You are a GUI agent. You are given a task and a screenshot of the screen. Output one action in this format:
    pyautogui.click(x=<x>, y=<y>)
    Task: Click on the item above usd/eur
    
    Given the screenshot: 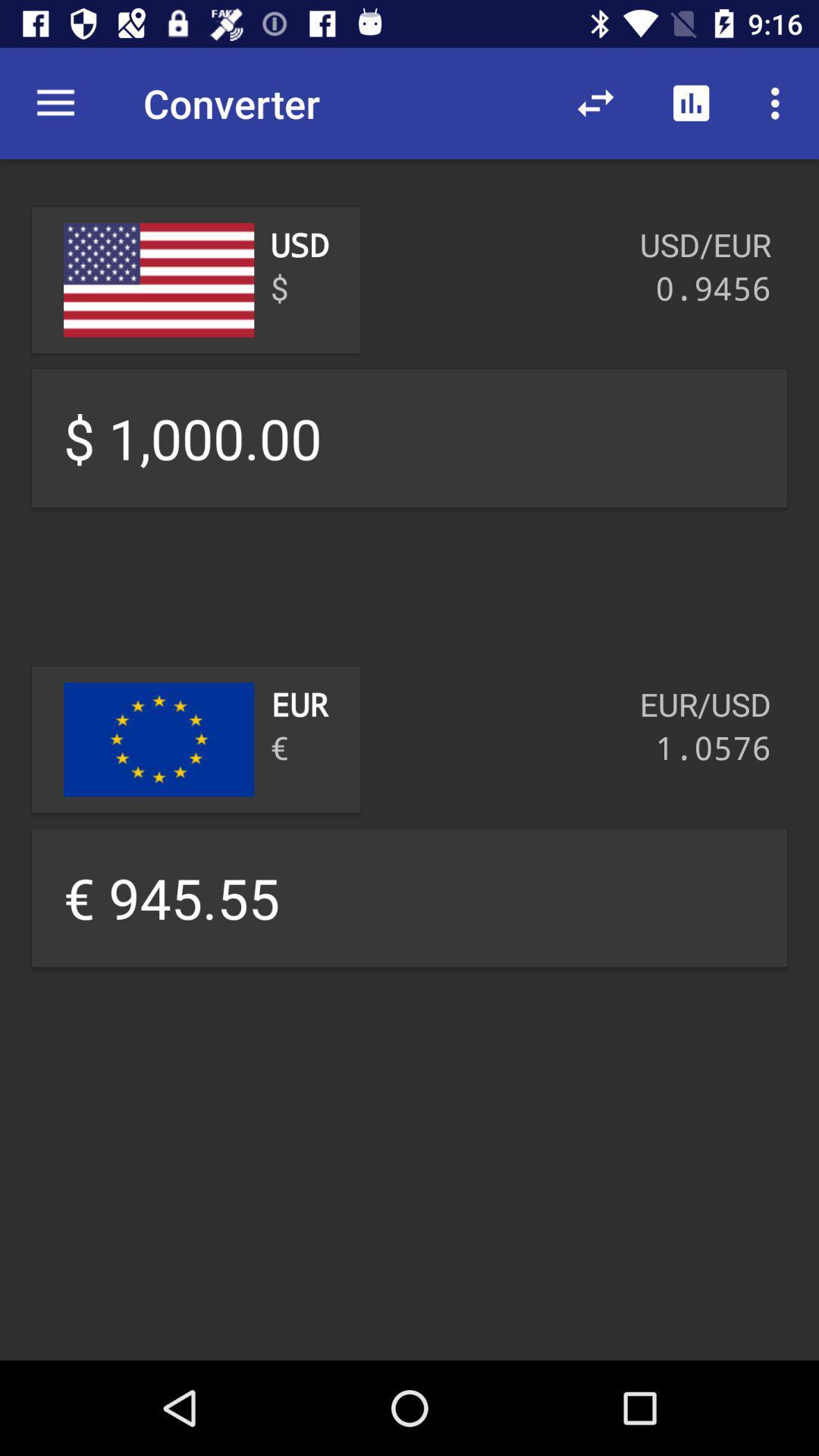 What is the action you would take?
    pyautogui.click(x=595, y=102)
    